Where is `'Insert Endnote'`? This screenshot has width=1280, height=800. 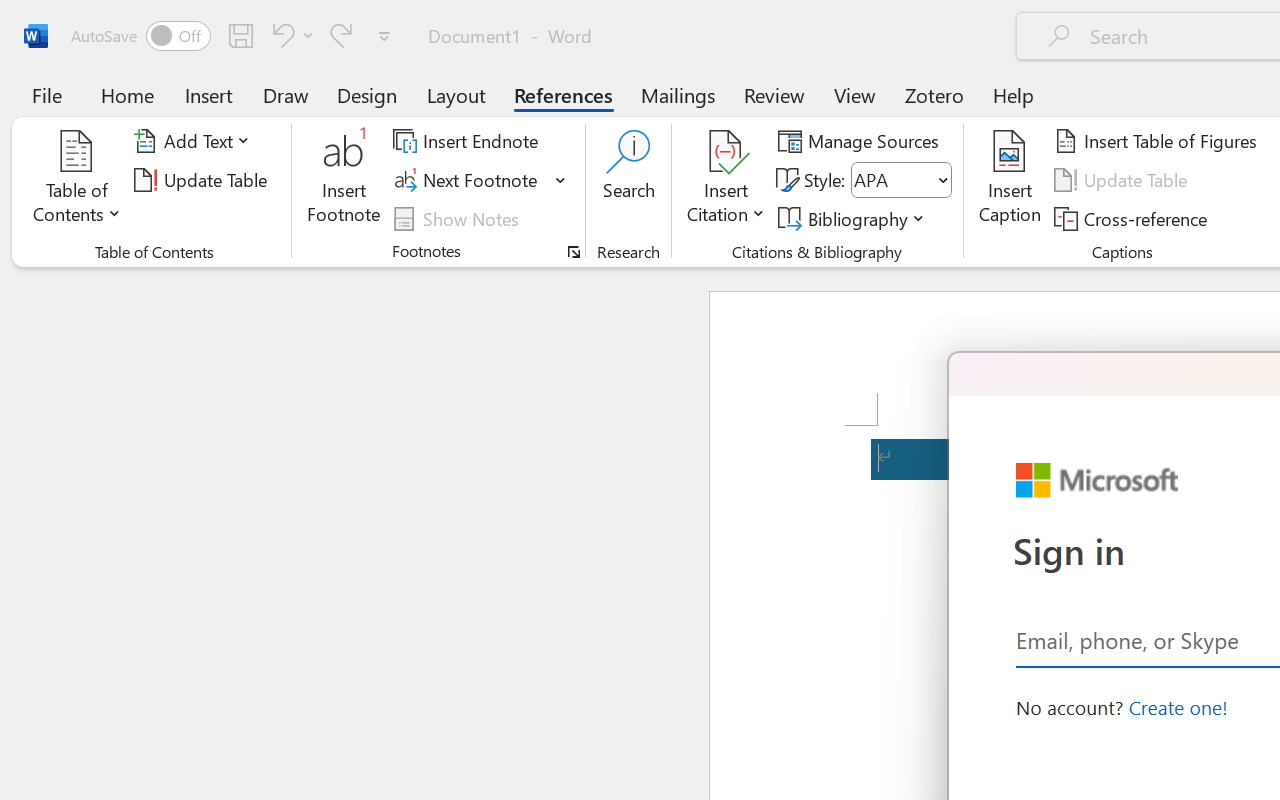
'Insert Endnote' is located at coordinates (467, 141).